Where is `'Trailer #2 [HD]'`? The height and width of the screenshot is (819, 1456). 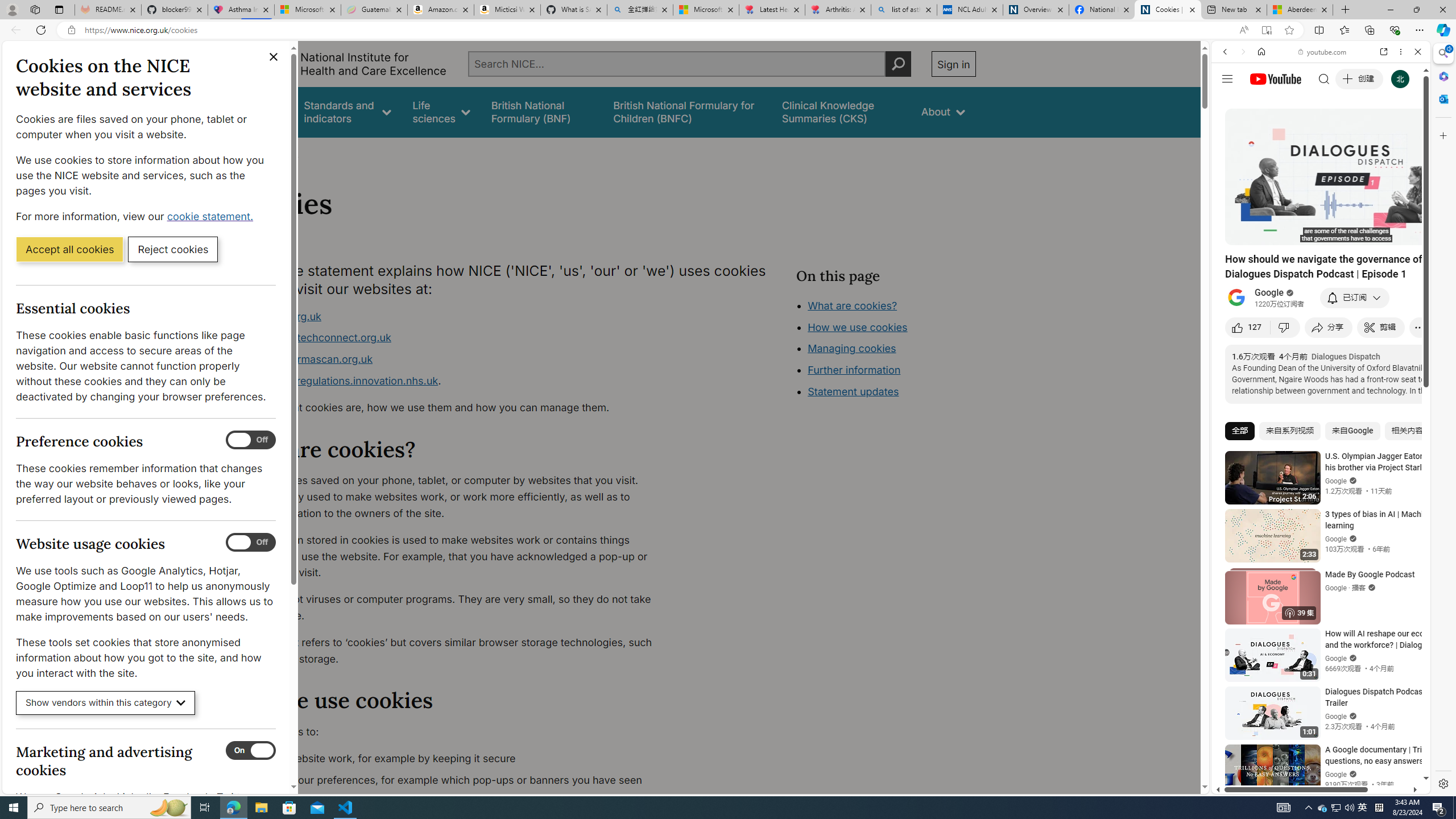
'Trailer #2 [HD]' is located at coordinates (1319, 336).